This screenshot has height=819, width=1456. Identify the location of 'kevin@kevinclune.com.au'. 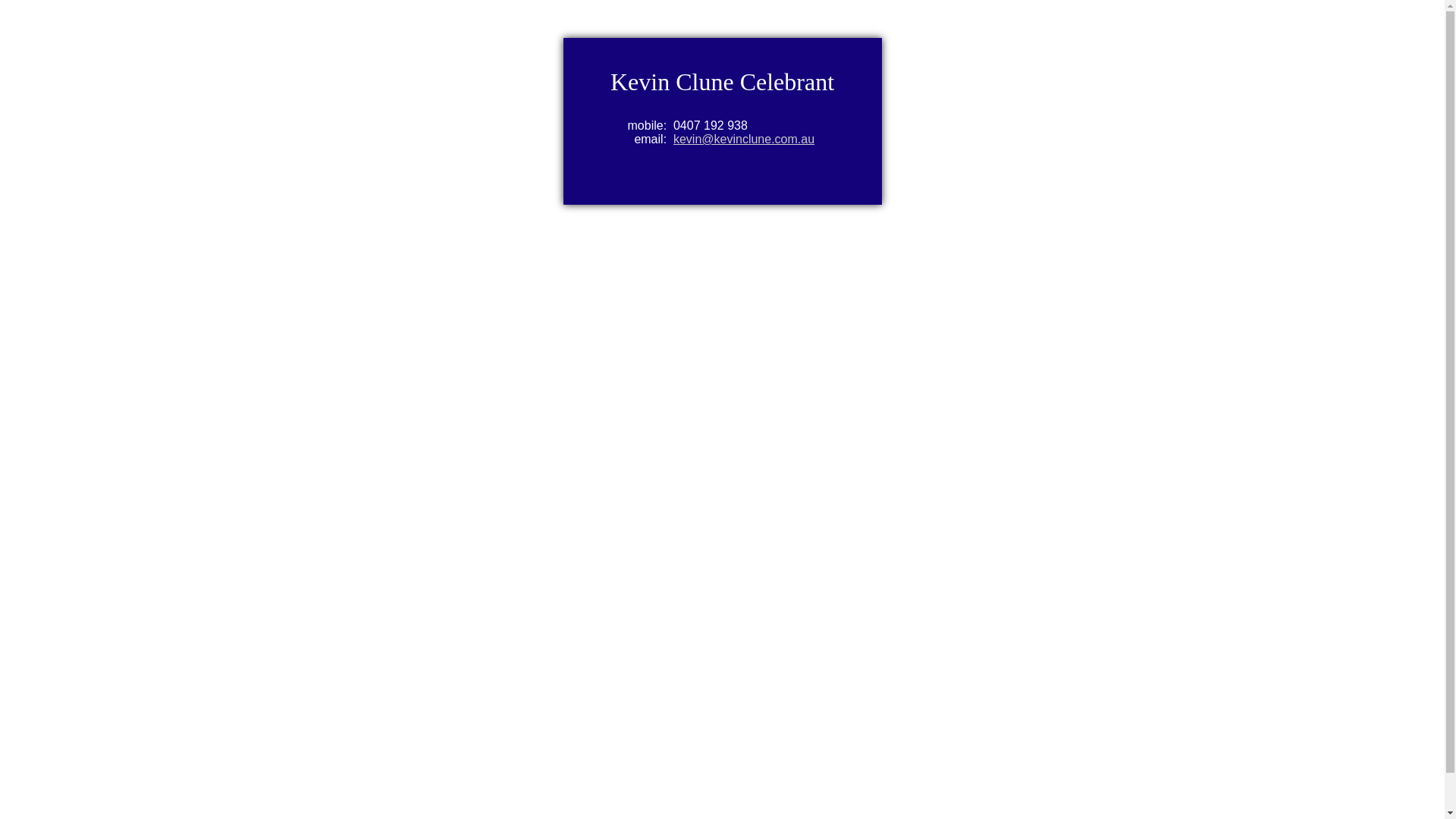
(743, 139).